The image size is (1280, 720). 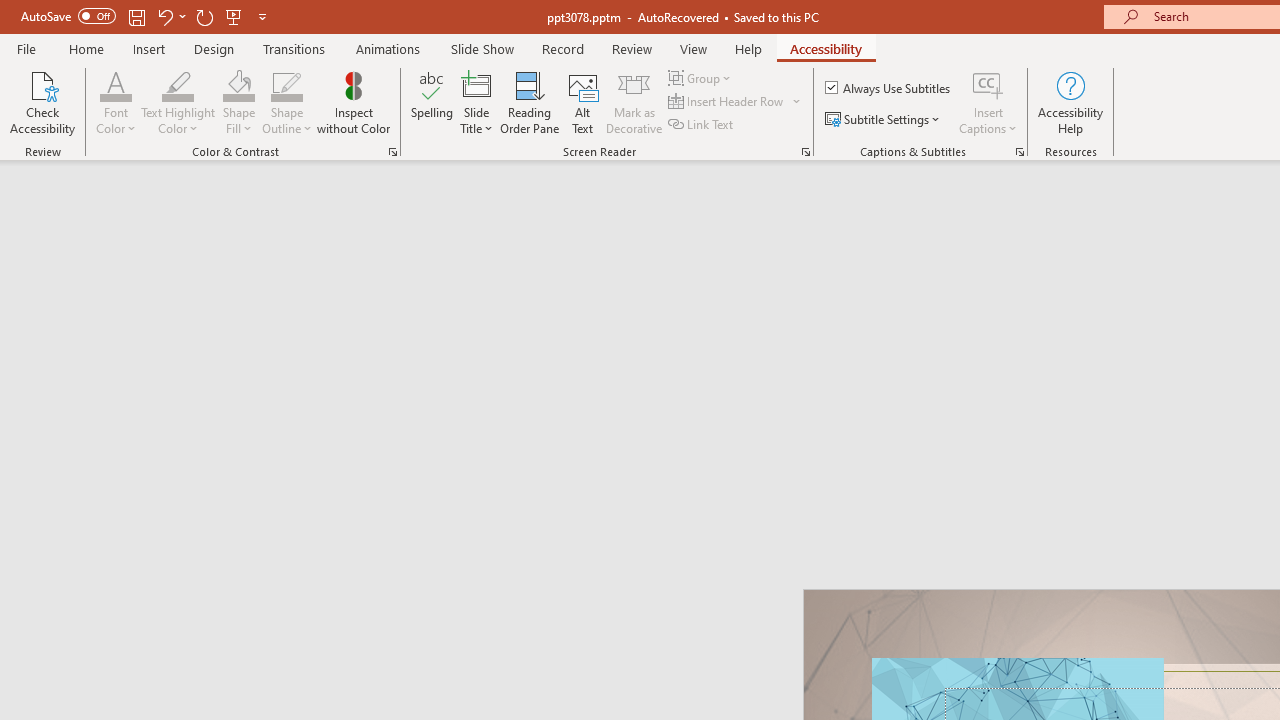 What do you see at coordinates (286, 84) in the screenshot?
I see `'Shape Outline'` at bounding box center [286, 84].